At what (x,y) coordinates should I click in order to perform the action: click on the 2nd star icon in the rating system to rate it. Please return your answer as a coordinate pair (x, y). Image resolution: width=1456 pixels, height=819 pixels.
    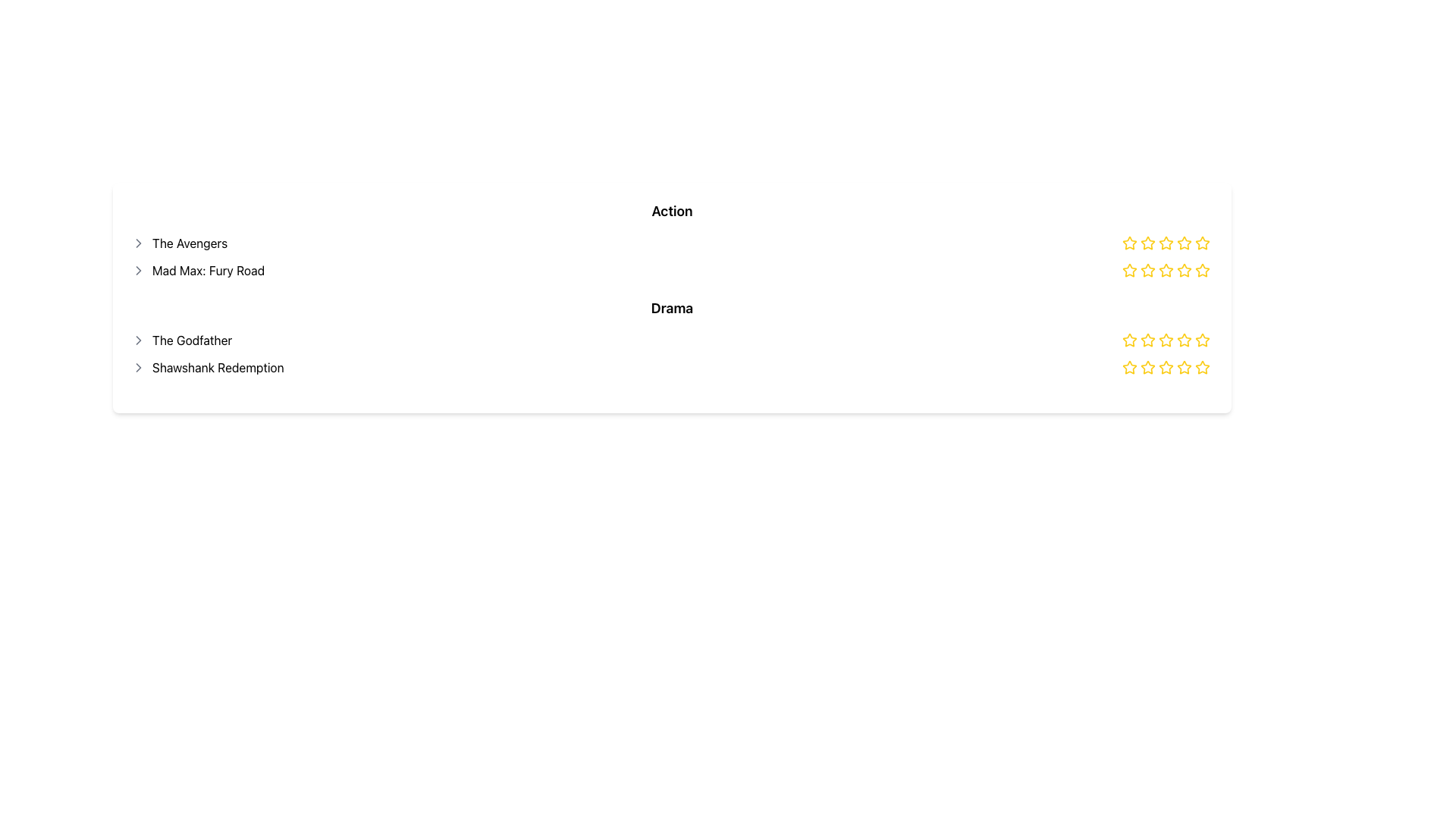
    Looking at the image, I should click on (1147, 270).